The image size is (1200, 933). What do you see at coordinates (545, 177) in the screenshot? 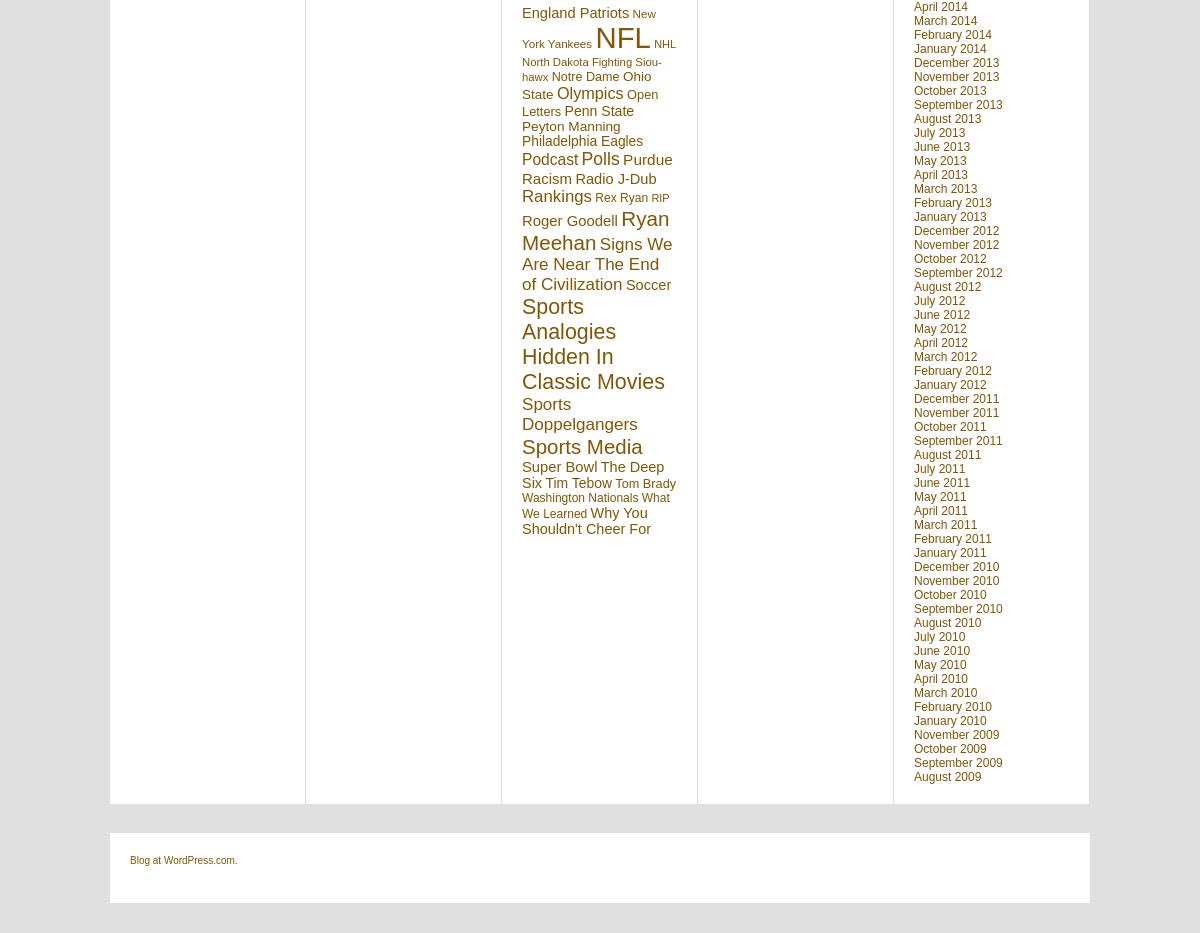
I see `'Racism'` at bounding box center [545, 177].